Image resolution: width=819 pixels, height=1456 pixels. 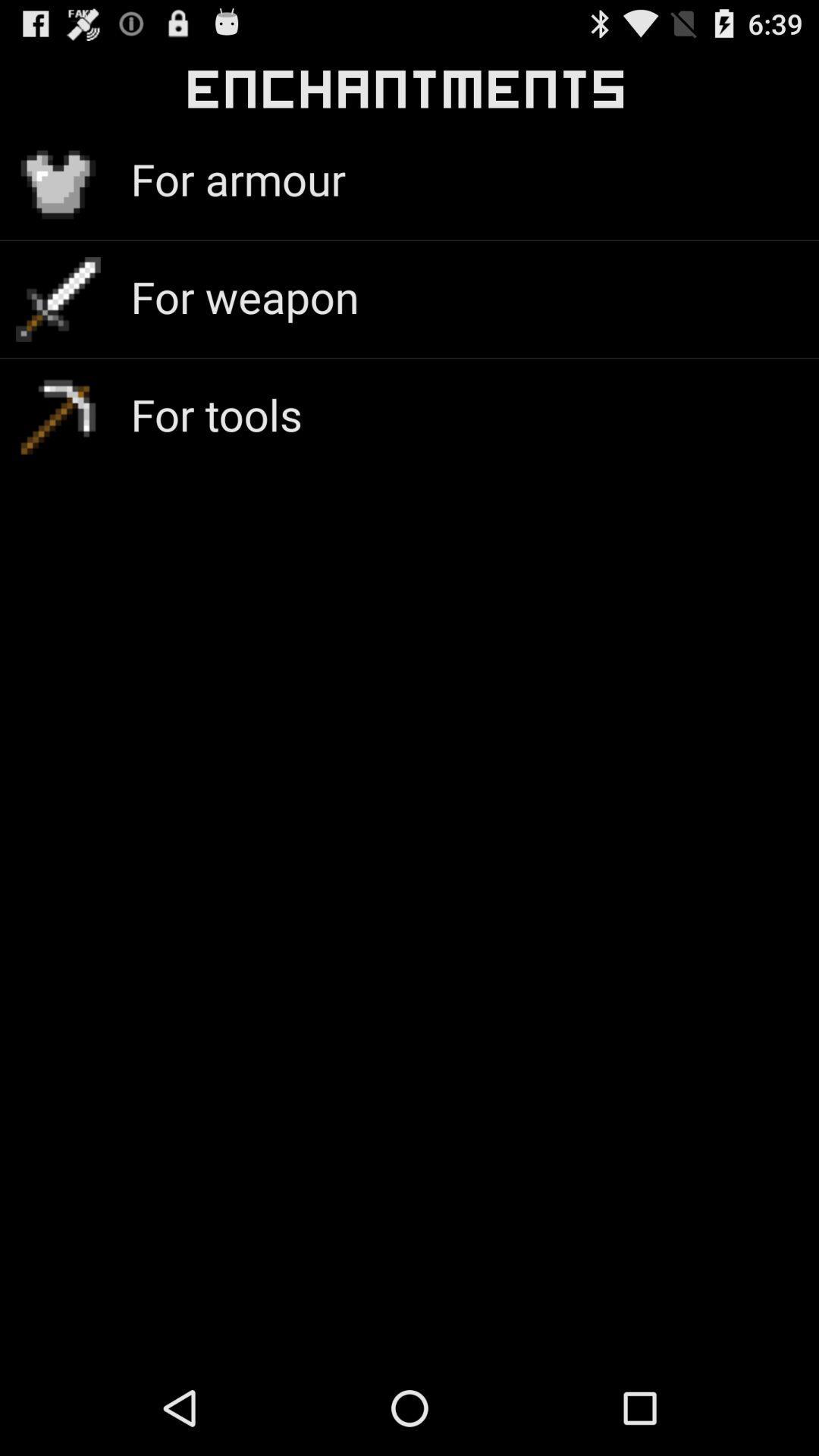 I want to click on the for armour icon, so click(x=238, y=178).